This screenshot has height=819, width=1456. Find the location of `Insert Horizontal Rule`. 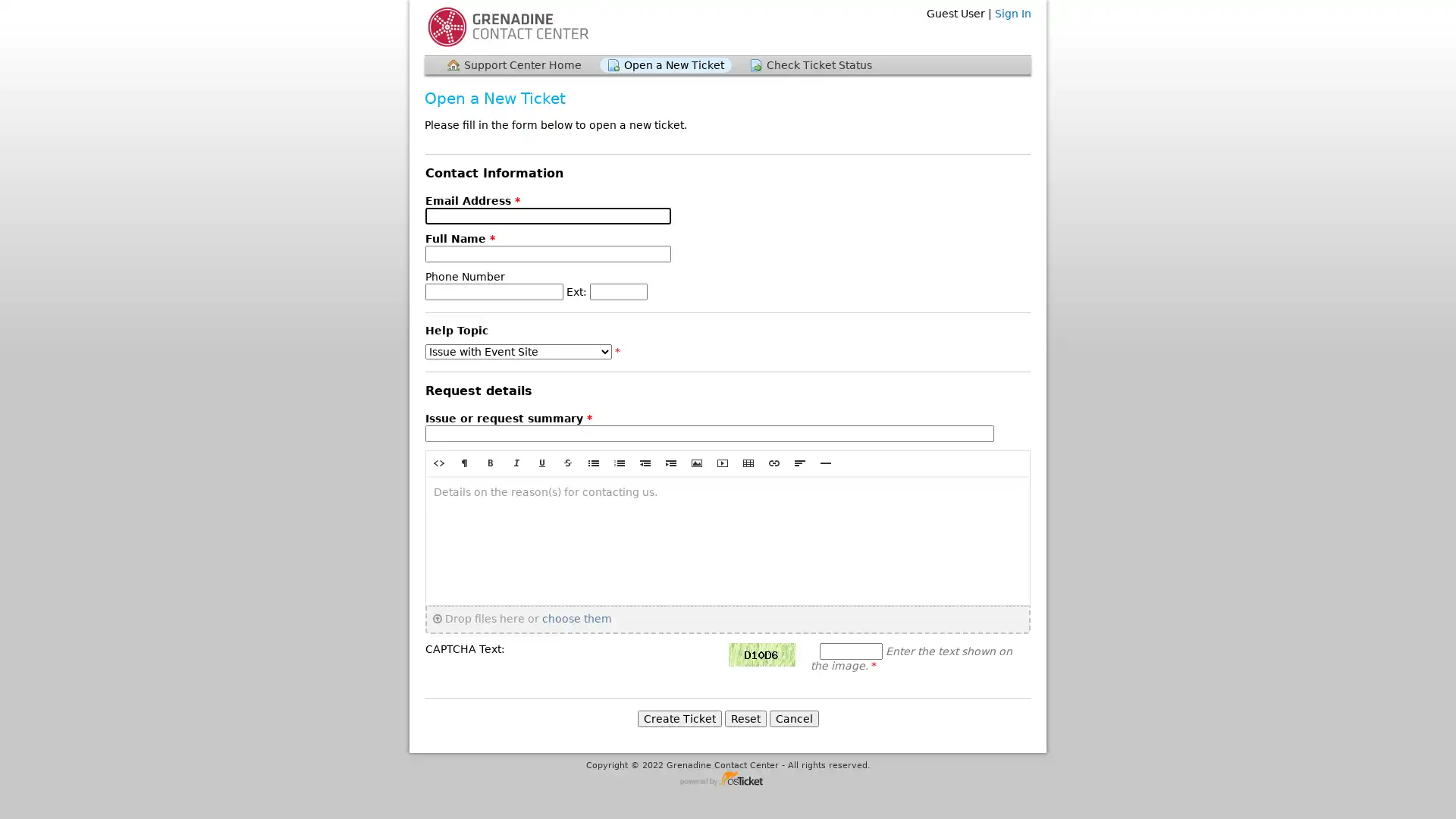

Insert Horizontal Rule is located at coordinates (825, 462).